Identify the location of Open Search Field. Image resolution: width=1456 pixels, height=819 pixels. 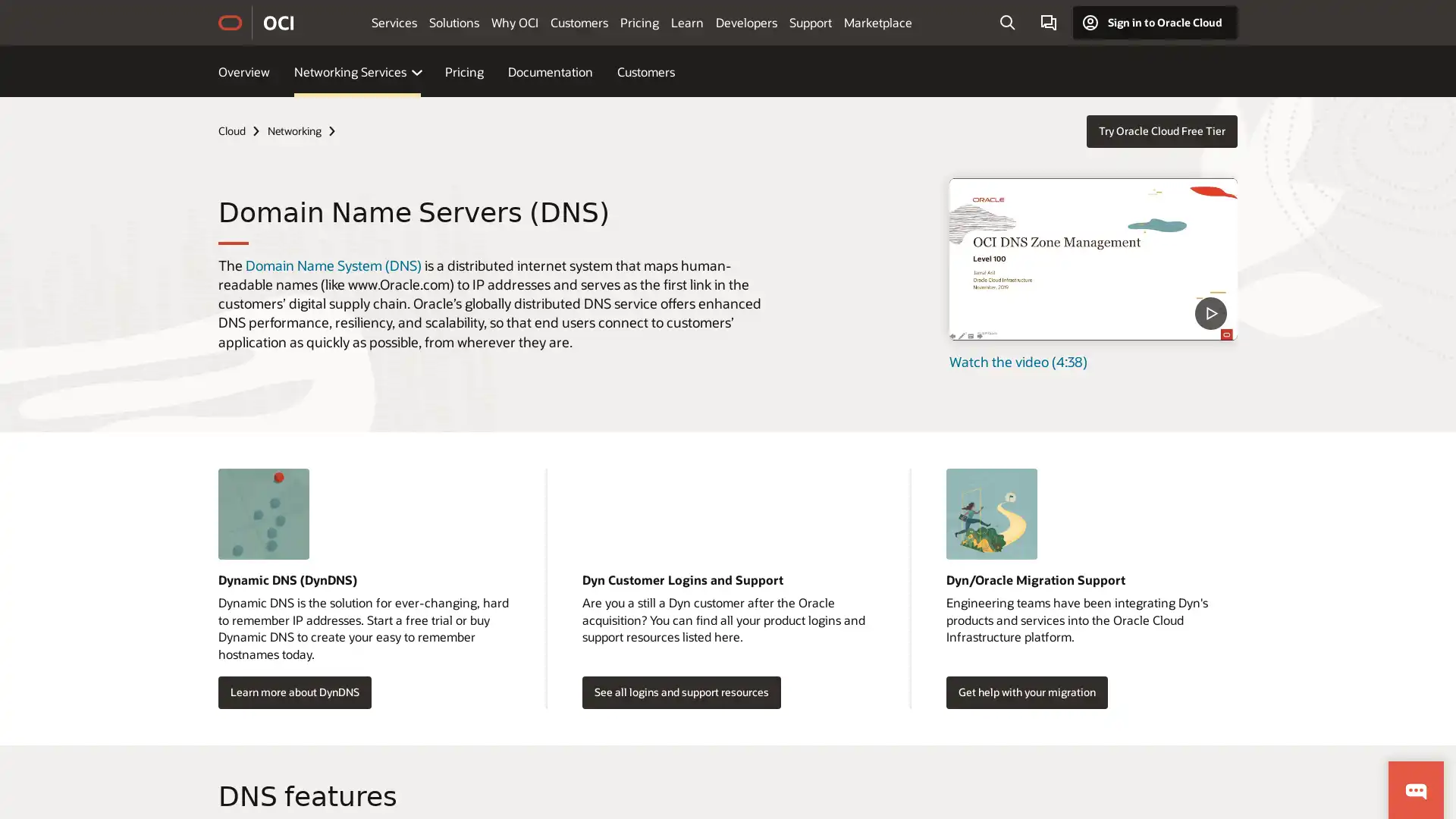
(1007, 23).